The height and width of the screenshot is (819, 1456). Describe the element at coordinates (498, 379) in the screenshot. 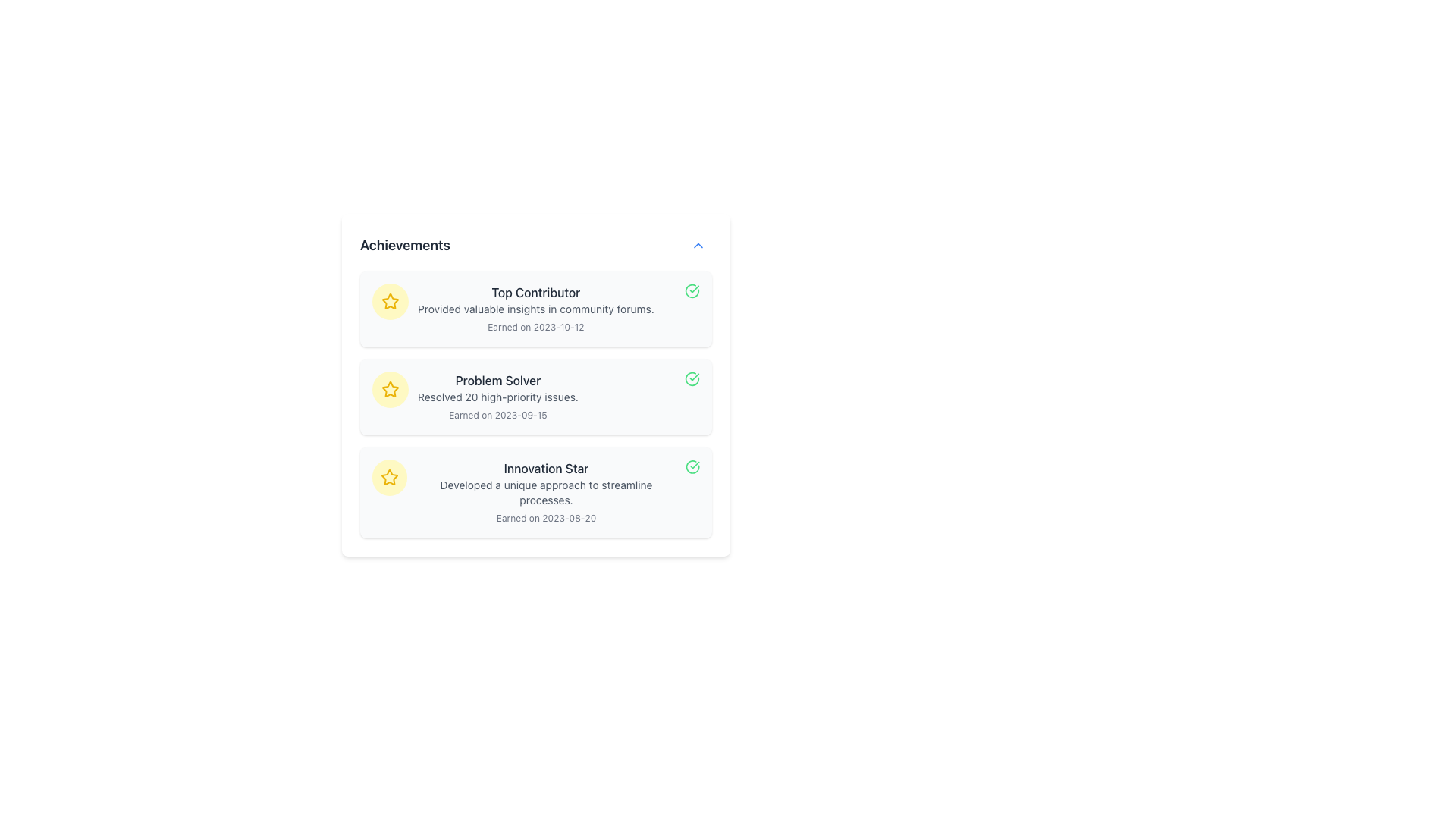

I see `the text label displaying the title of the achievement category, which is positioned on the second card in the vertical list of achievement cards, above the 'Innovation Star' card and below the 'Top Contributor' card` at that location.